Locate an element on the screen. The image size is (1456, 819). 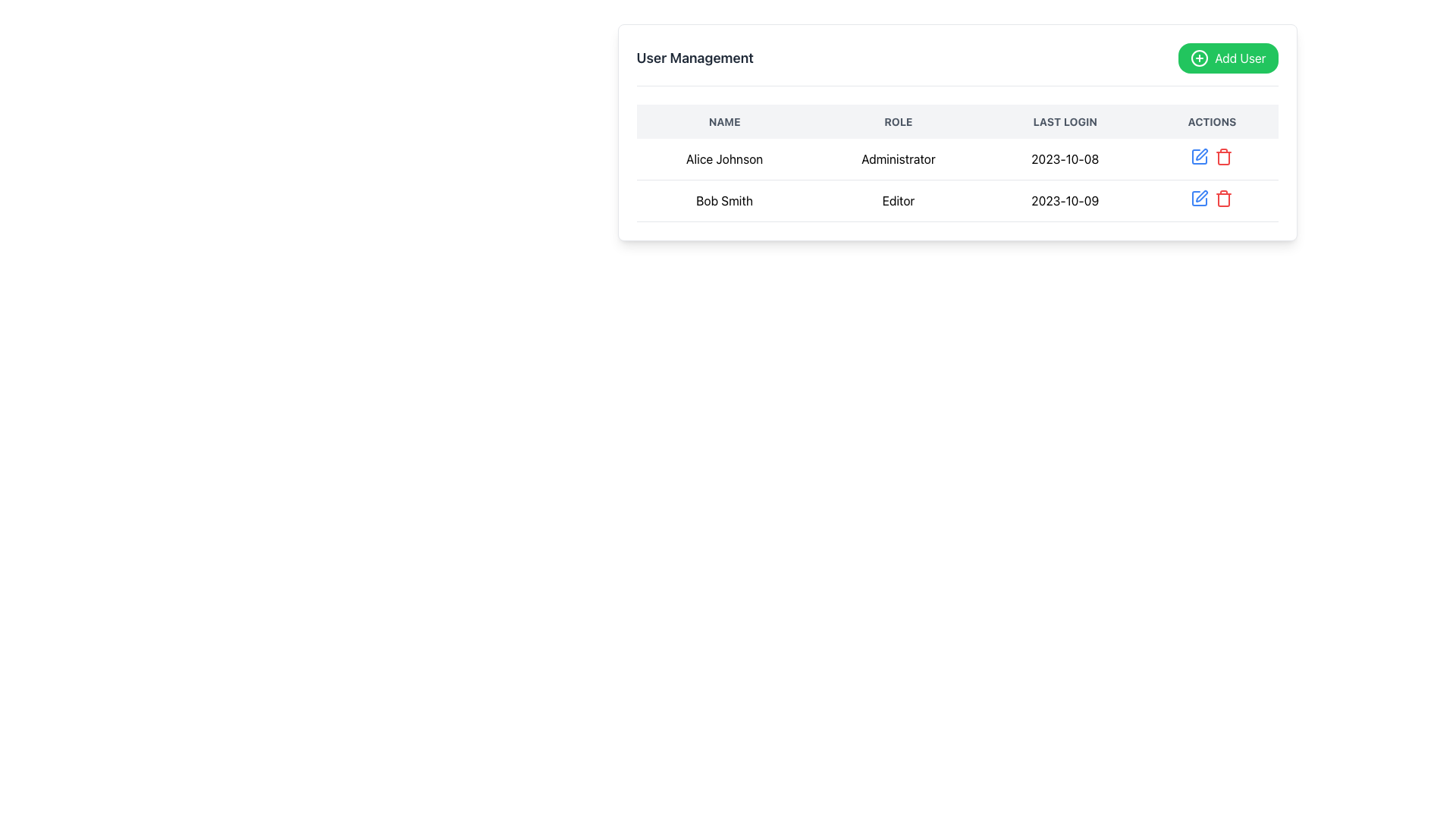
the circular icon with a plus sign, which is styled with a green outline and located to the left of the 'Add User' button in the user management panel is located at coordinates (1199, 58).